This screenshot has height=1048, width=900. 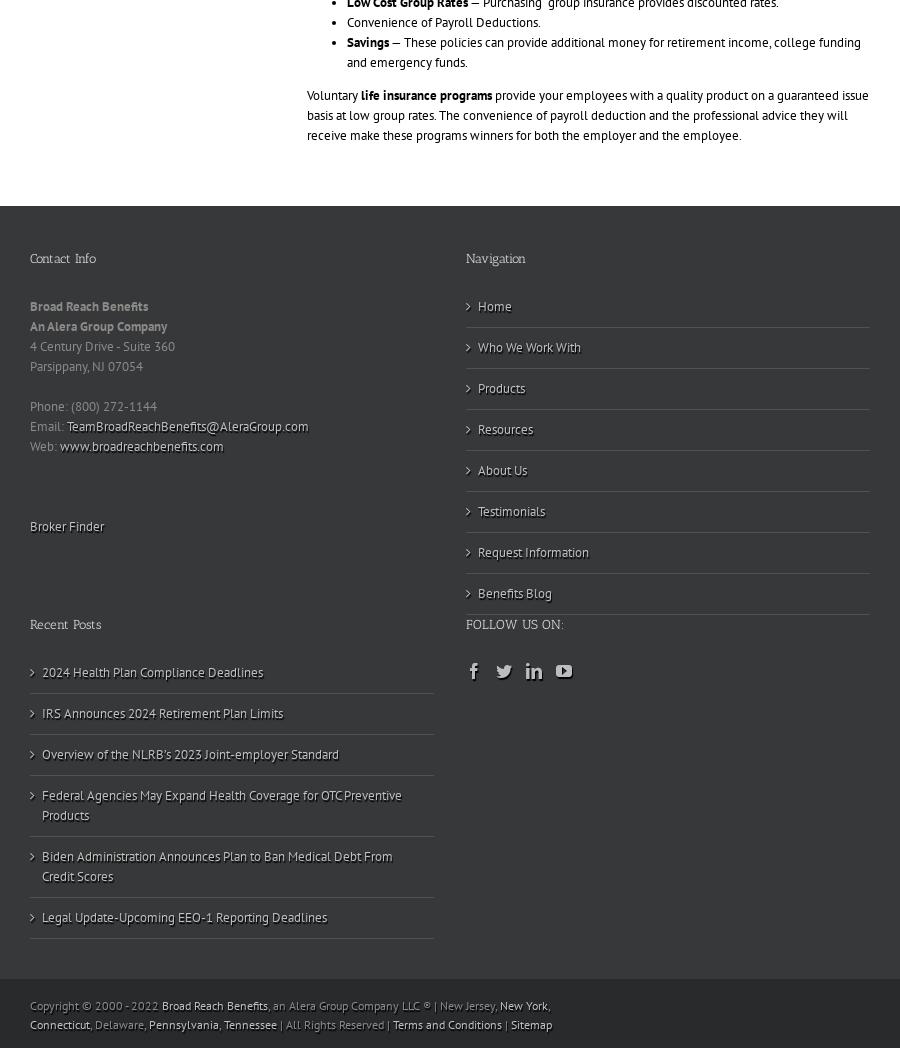 What do you see at coordinates (446, 1023) in the screenshot?
I see `'Terms and Conditions'` at bounding box center [446, 1023].